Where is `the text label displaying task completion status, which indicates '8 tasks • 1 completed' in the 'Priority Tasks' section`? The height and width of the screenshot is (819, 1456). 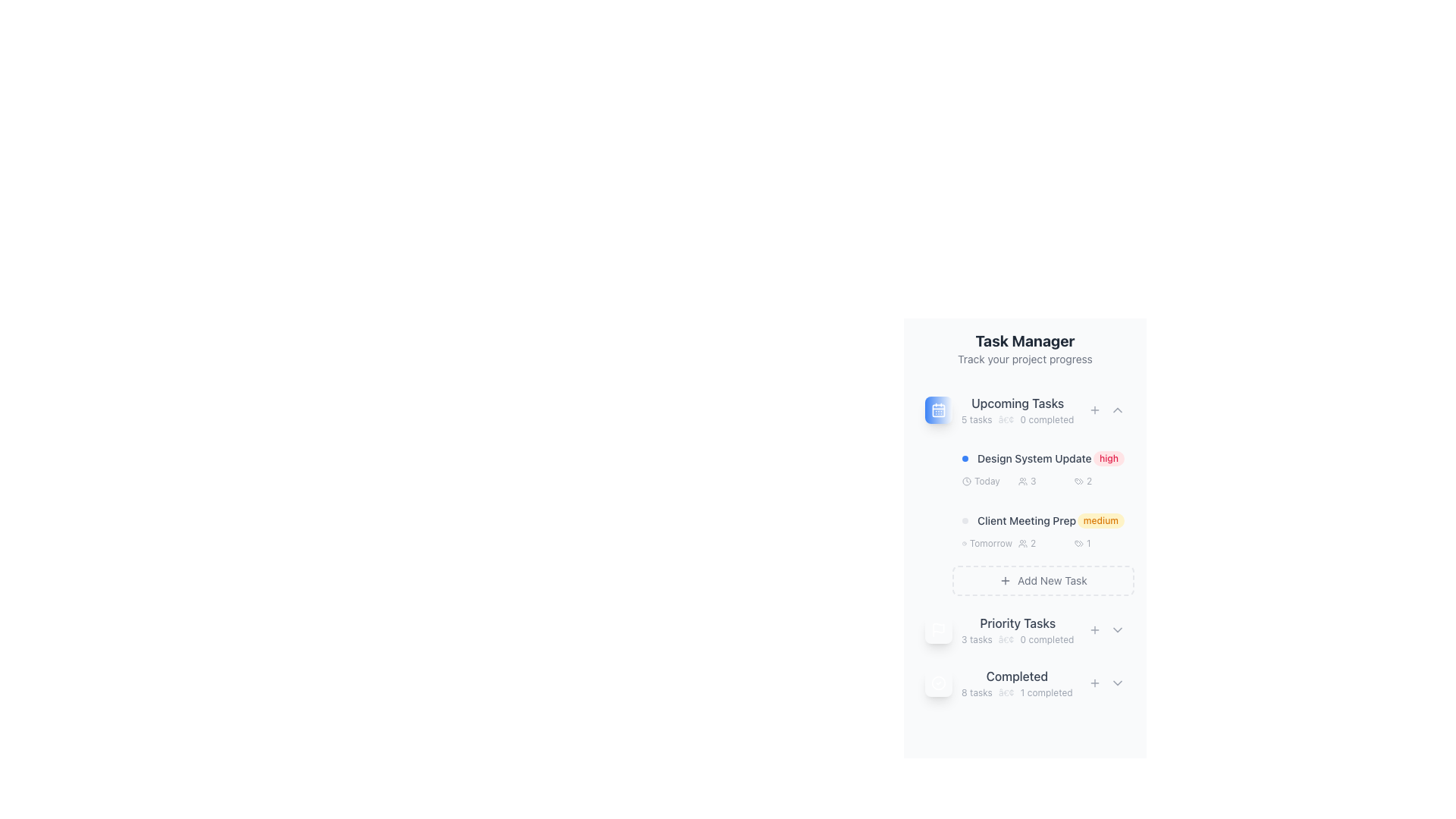
the text label displaying task completion status, which indicates '8 tasks • 1 completed' in the 'Priority Tasks' section is located at coordinates (1017, 675).